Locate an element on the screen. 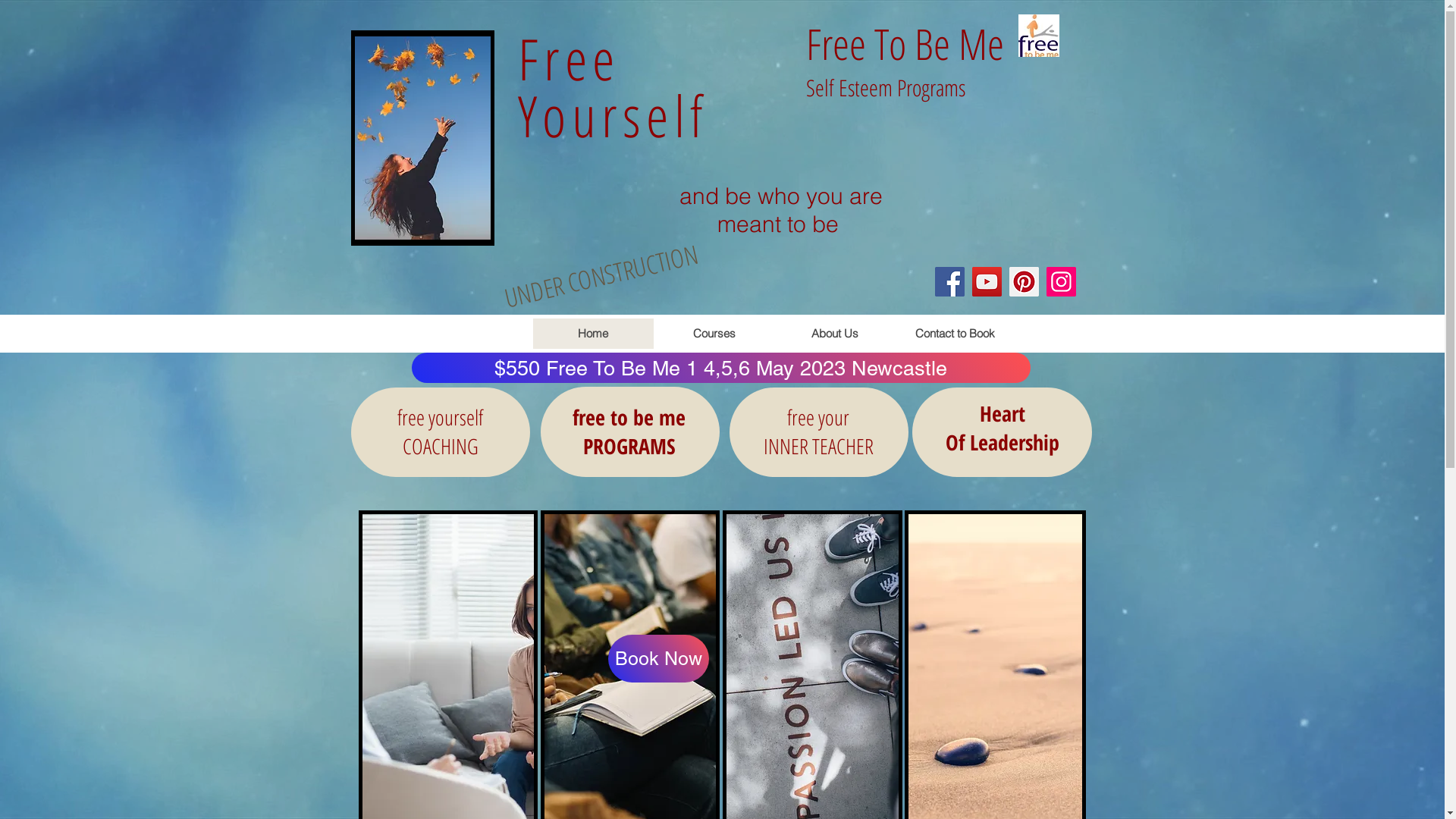 The height and width of the screenshot is (819, 1456). 'Home' is located at coordinates (591, 332).